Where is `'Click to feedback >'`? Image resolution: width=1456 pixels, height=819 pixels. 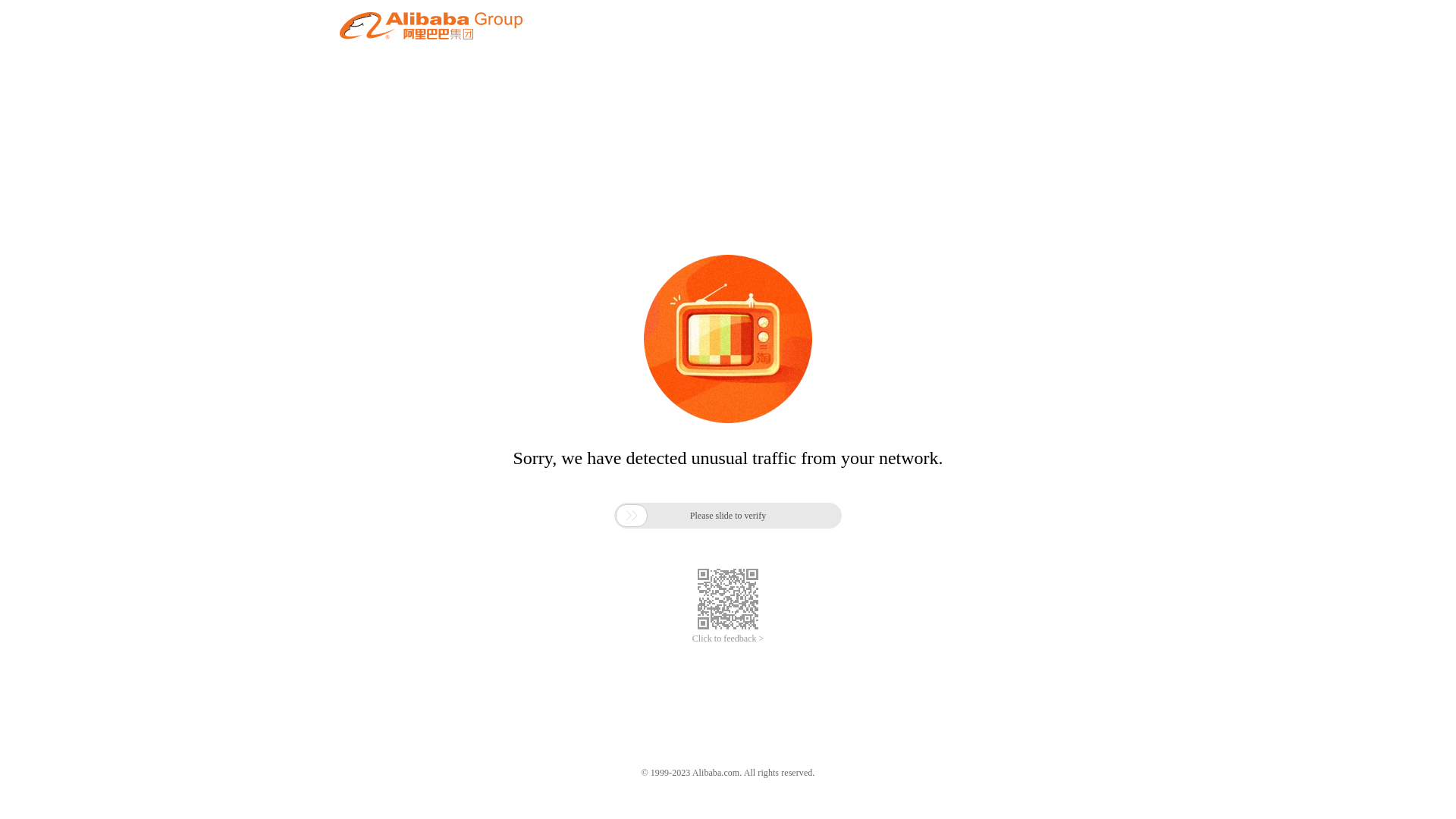
'Click to feedback >' is located at coordinates (691, 639).